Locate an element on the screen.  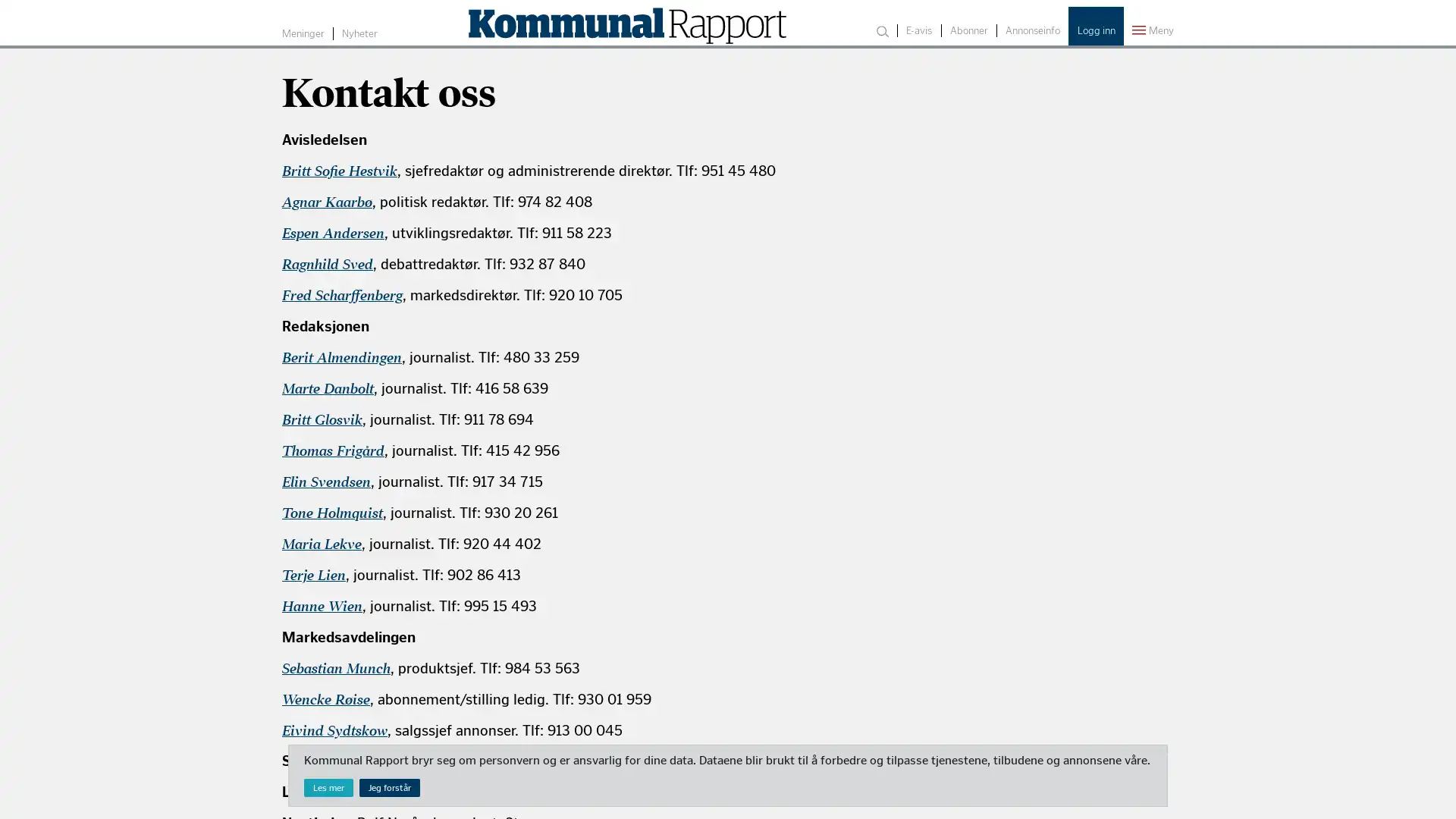
Jeg forstar is located at coordinates (389, 786).